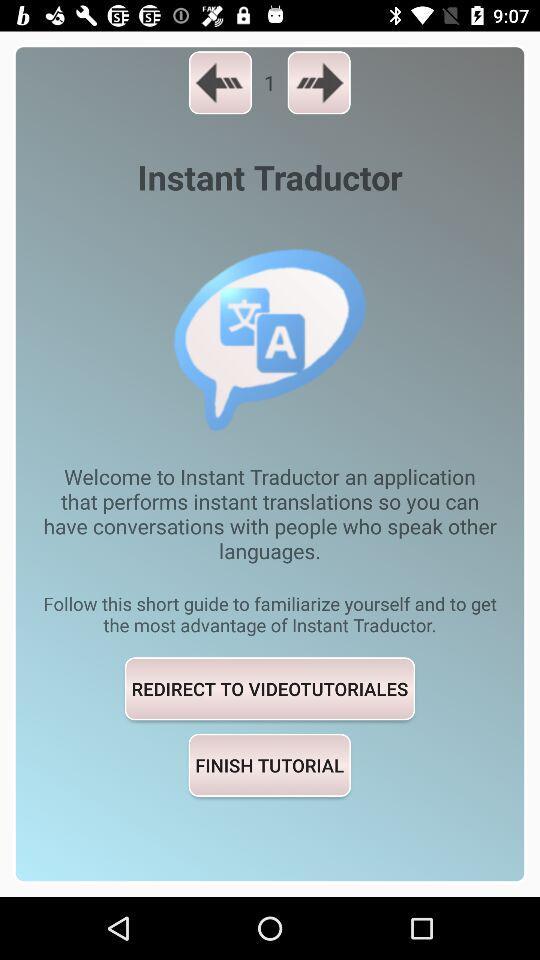  Describe the element at coordinates (319, 82) in the screenshot. I see `the item next to the  1  icon` at that location.